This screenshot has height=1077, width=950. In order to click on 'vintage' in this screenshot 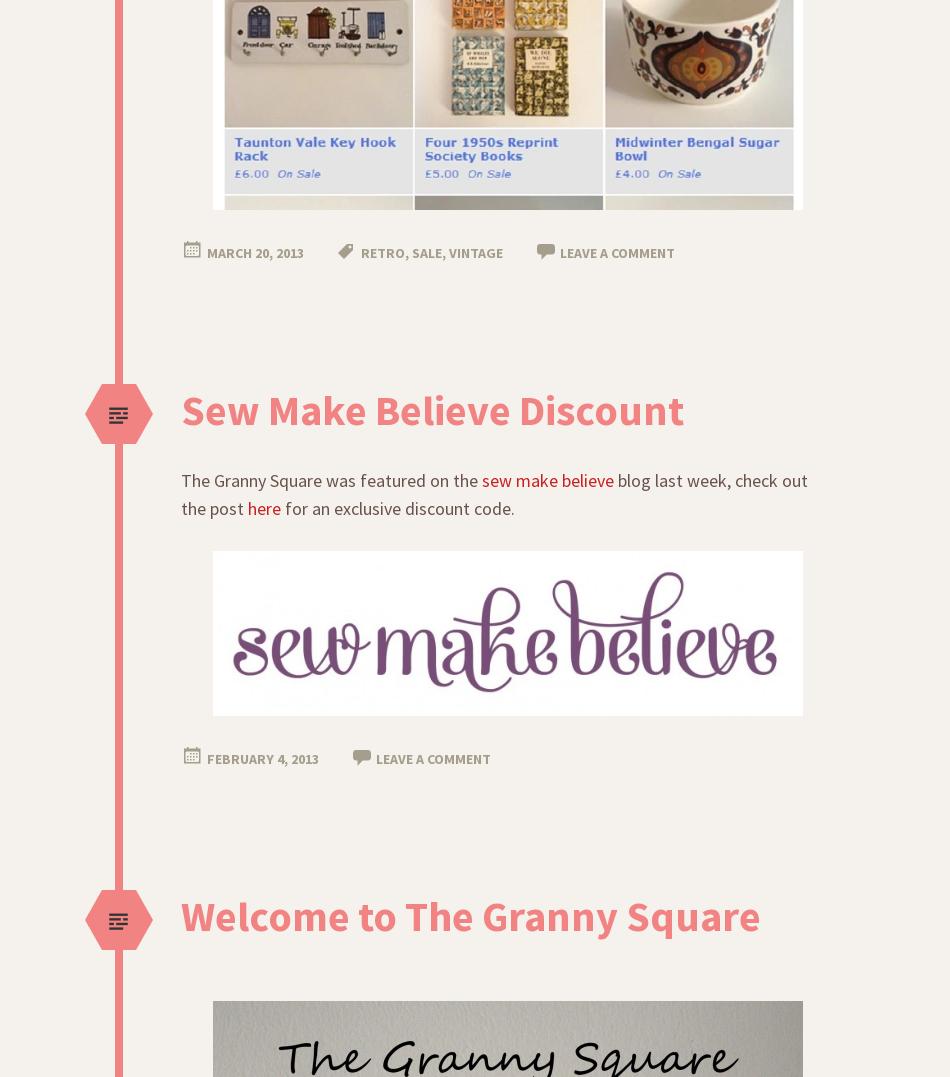, I will do `click(476, 251)`.